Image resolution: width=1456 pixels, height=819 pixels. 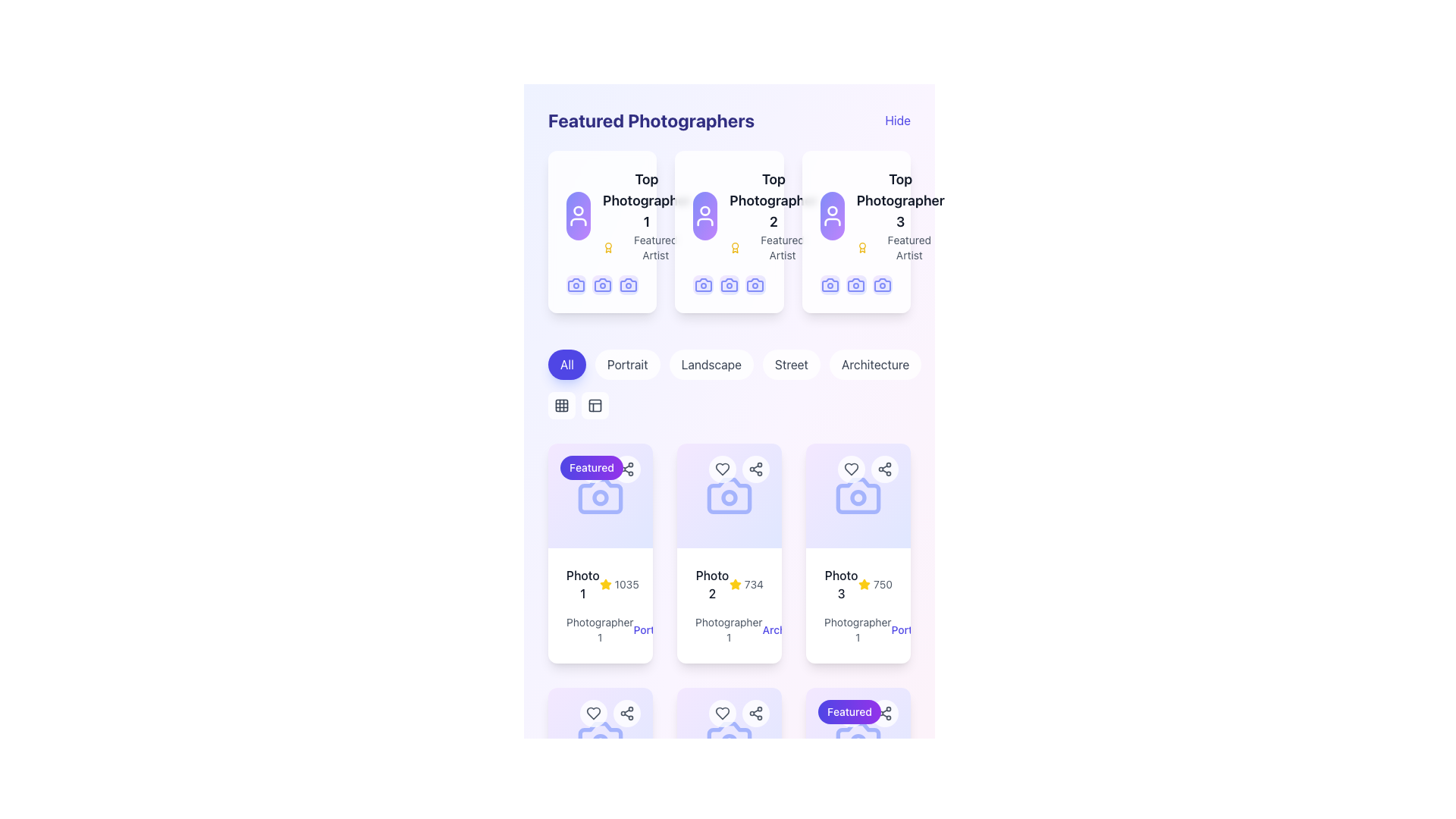 I want to click on the yellow star icon used for rating, located in the content card labeled 'Photo 3' adjacent to the number '750', so click(x=864, y=584).